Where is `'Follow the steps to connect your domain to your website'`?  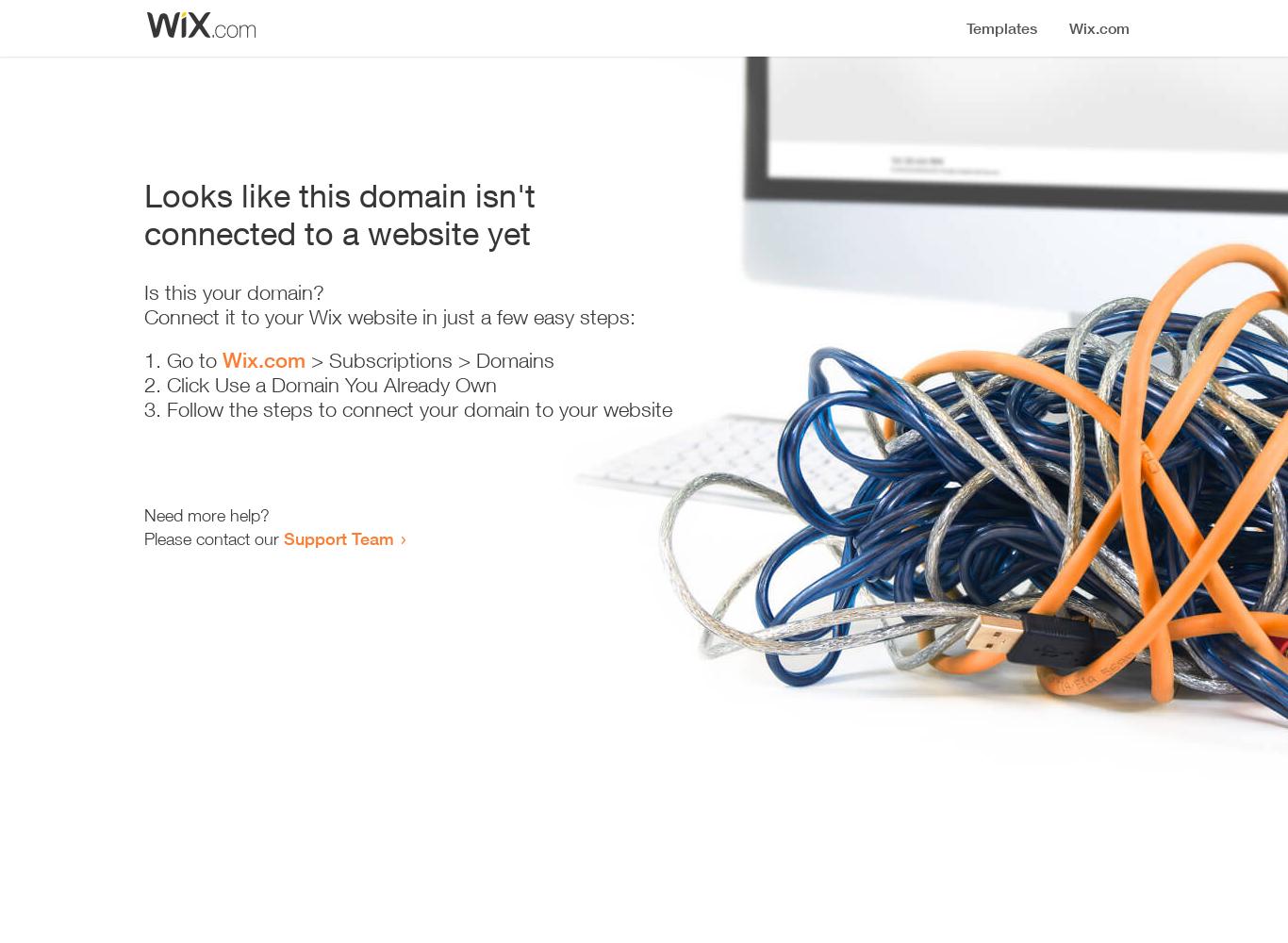 'Follow the steps to connect your domain to your website' is located at coordinates (419, 409).